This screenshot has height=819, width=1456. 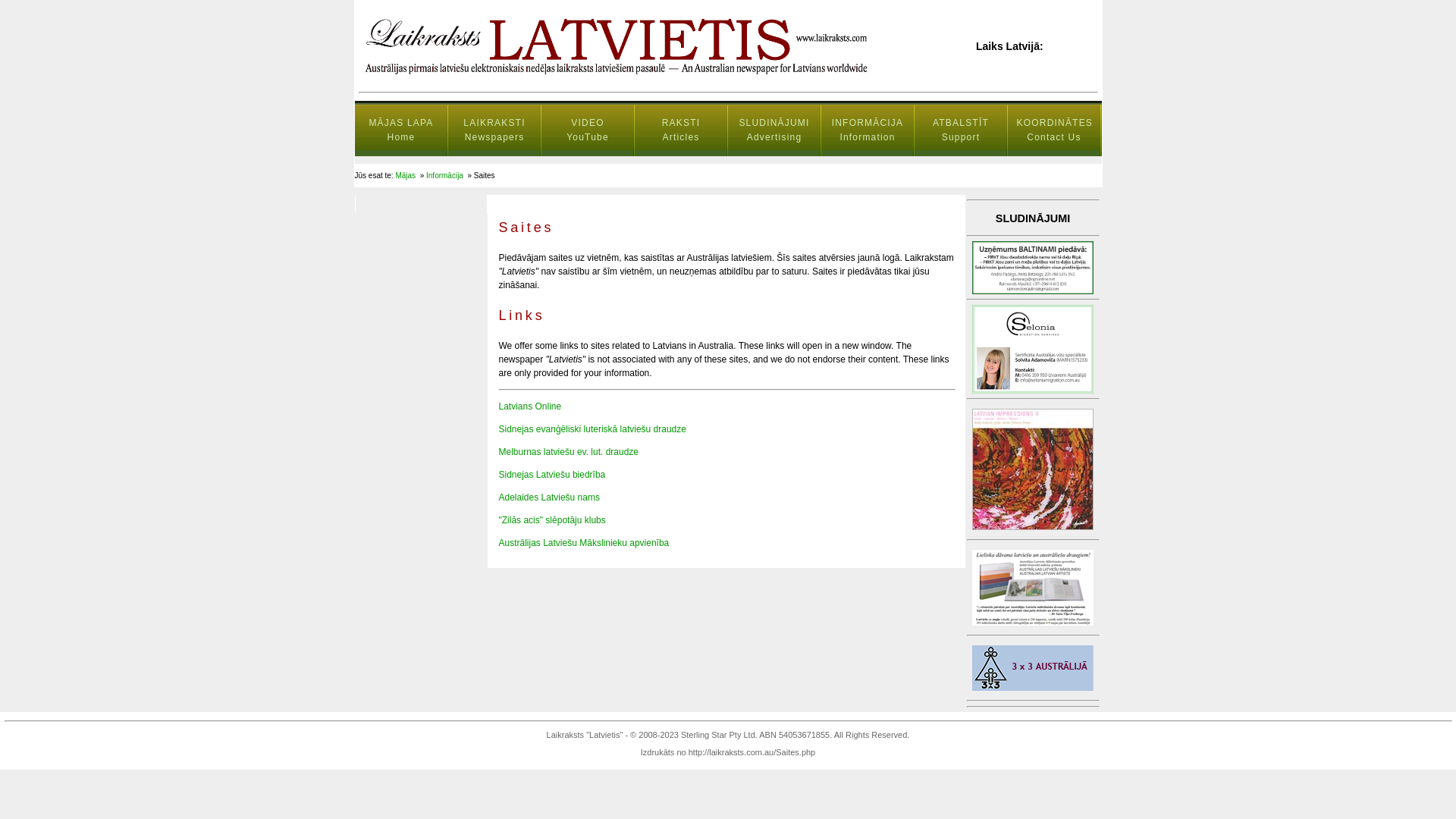 I want to click on 'LAIKRAKSTI, so click(x=494, y=130).